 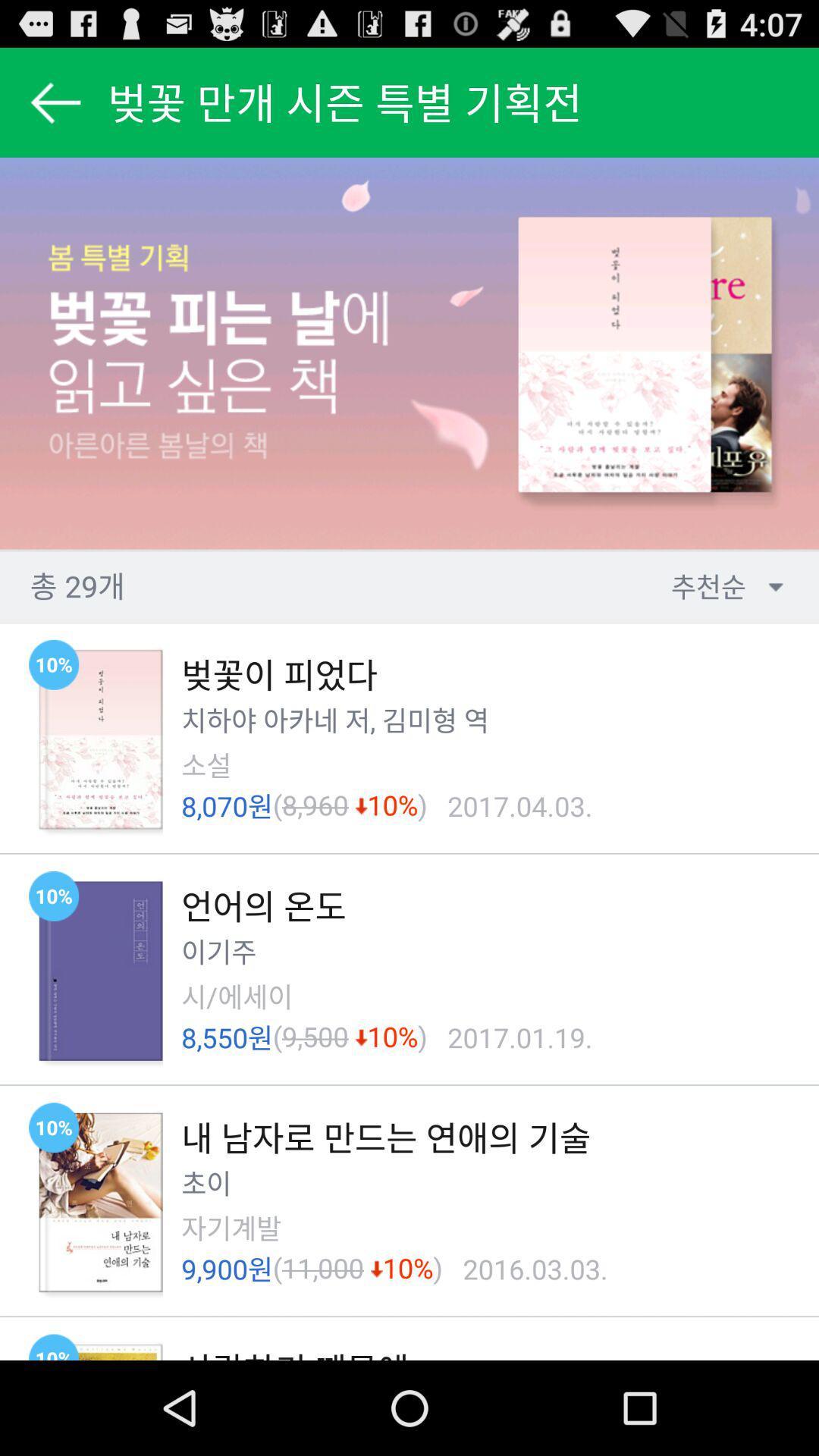 I want to click on the icon to the left of ,  icon, so click(x=354, y=719).